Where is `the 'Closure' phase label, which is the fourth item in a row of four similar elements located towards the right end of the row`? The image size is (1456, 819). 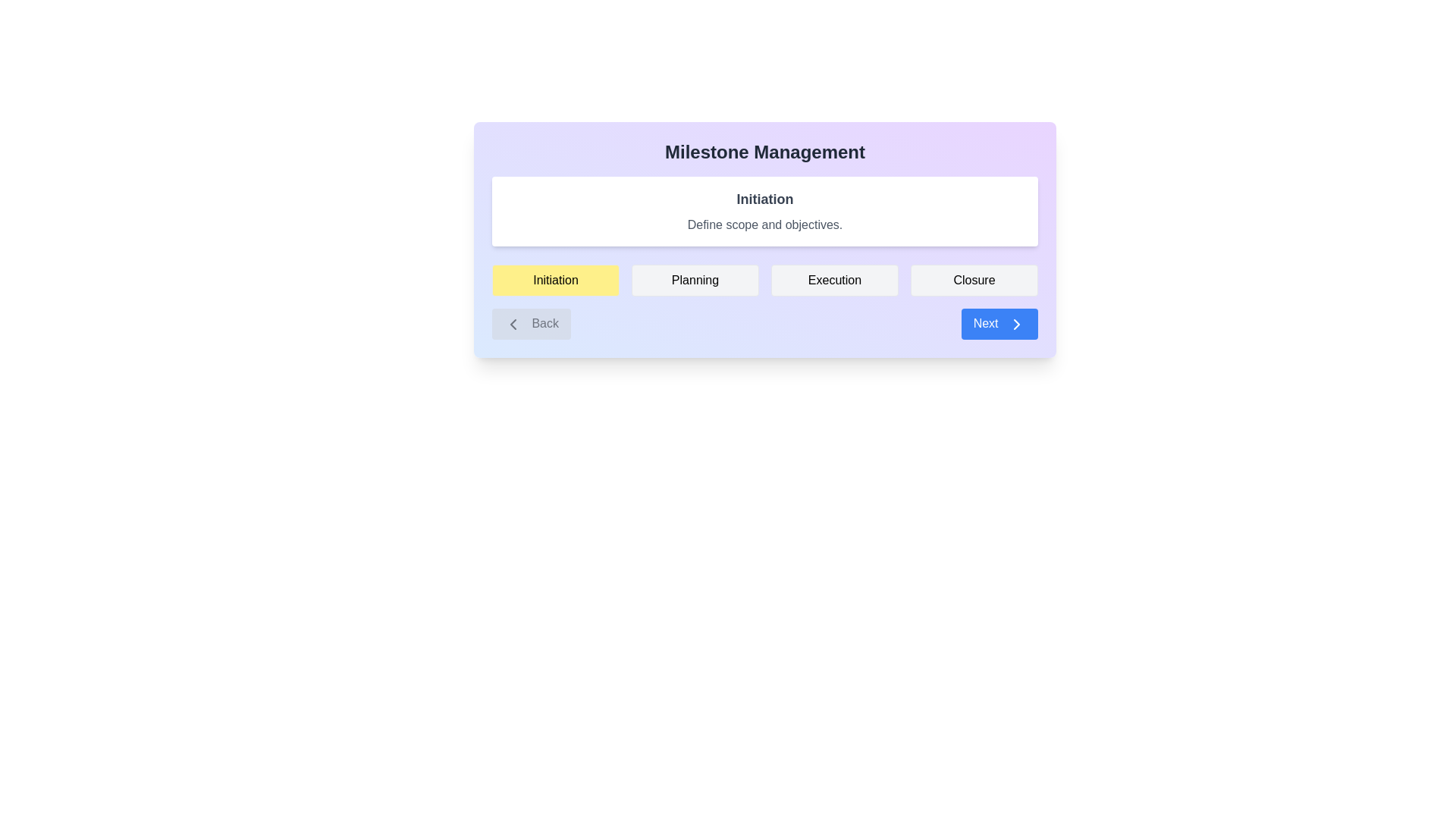
the 'Closure' phase label, which is the fourth item in a row of four similar elements located towards the right end of the row is located at coordinates (974, 281).